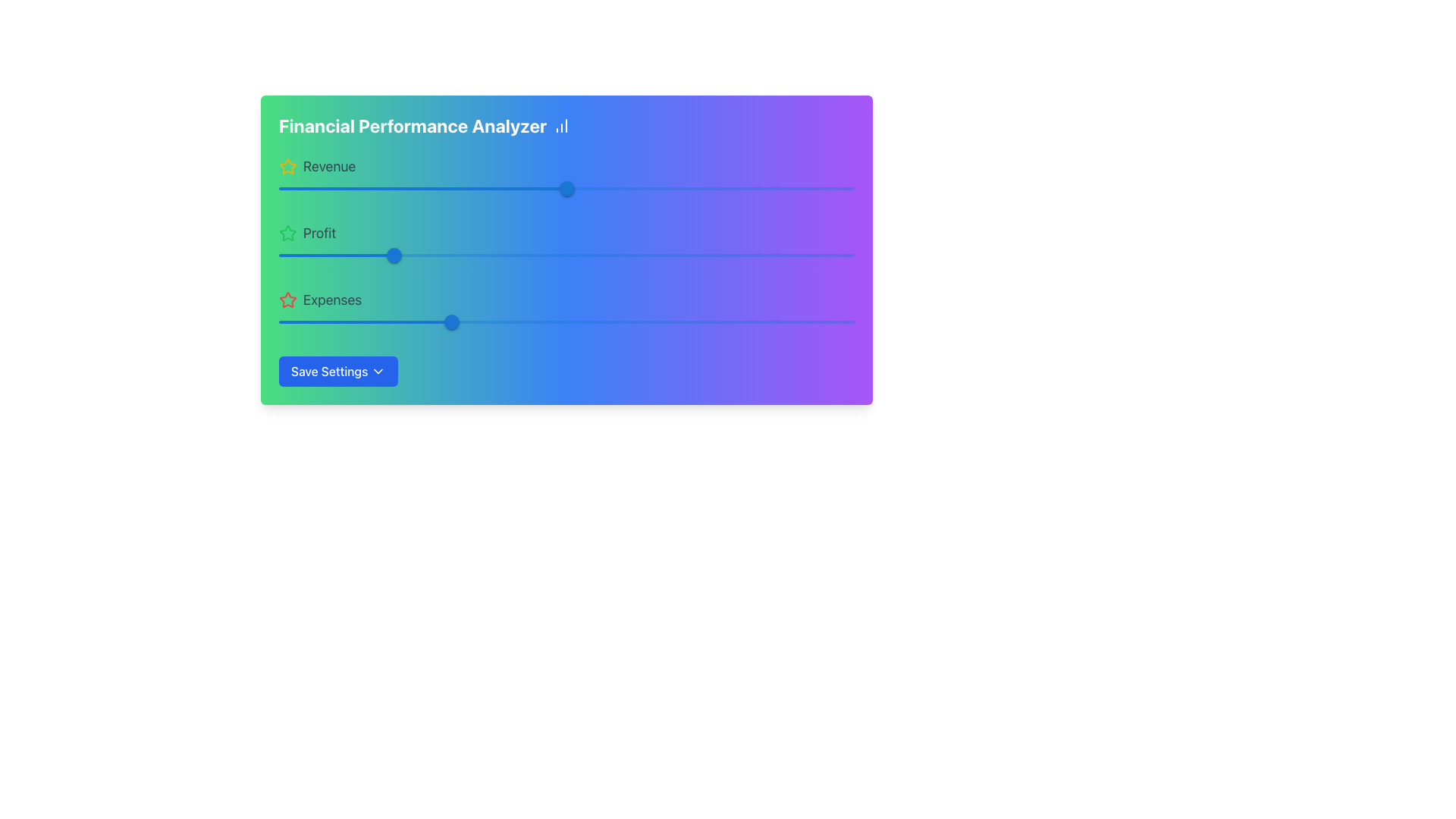  What do you see at coordinates (611, 254) in the screenshot?
I see `the profit slider` at bounding box center [611, 254].